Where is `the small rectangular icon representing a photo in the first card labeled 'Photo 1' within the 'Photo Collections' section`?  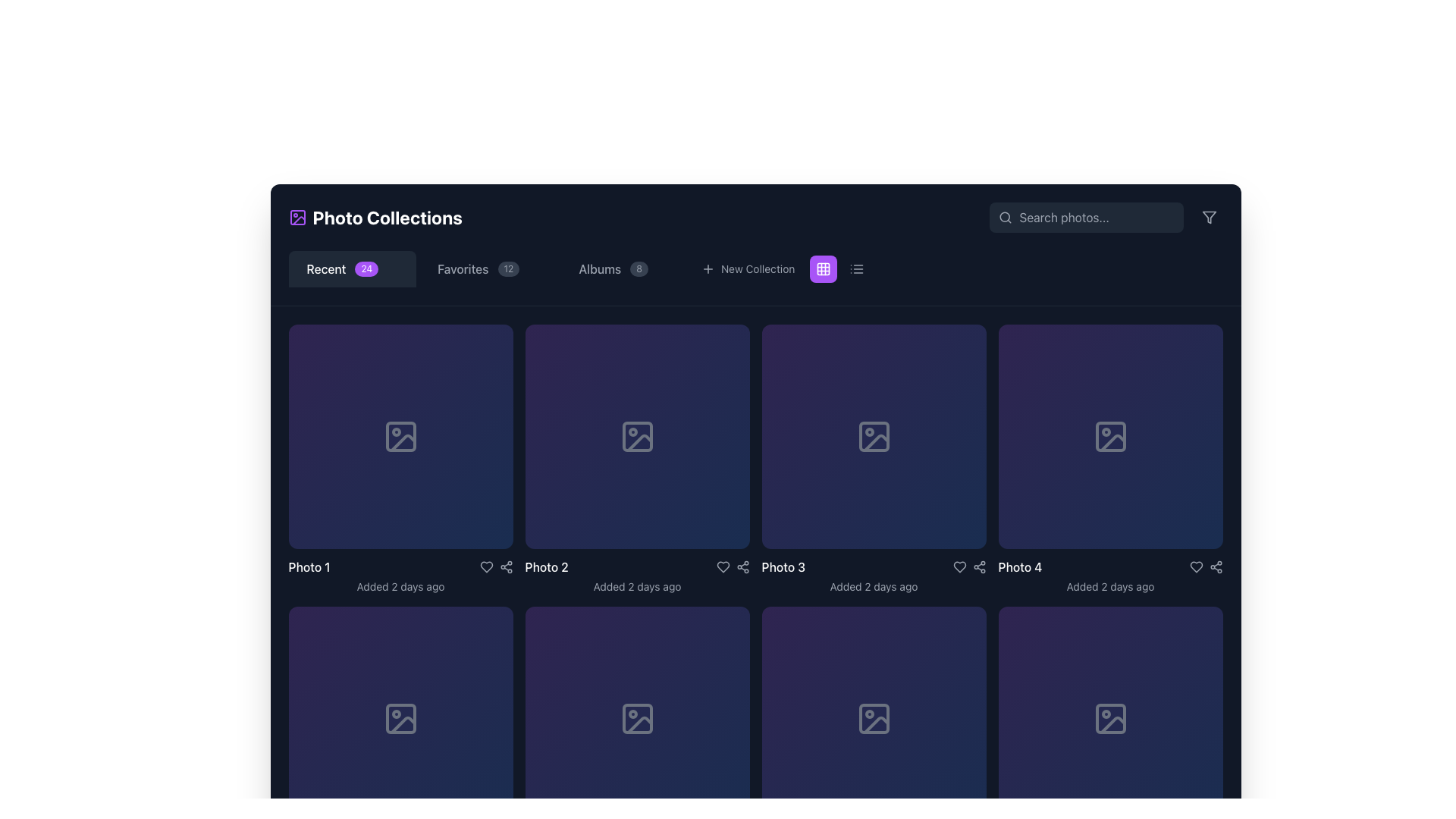
the small rectangular icon representing a photo in the first card labeled 'Photo 1' within the 'Photo Collections' section is located at coordinates (400, 436).